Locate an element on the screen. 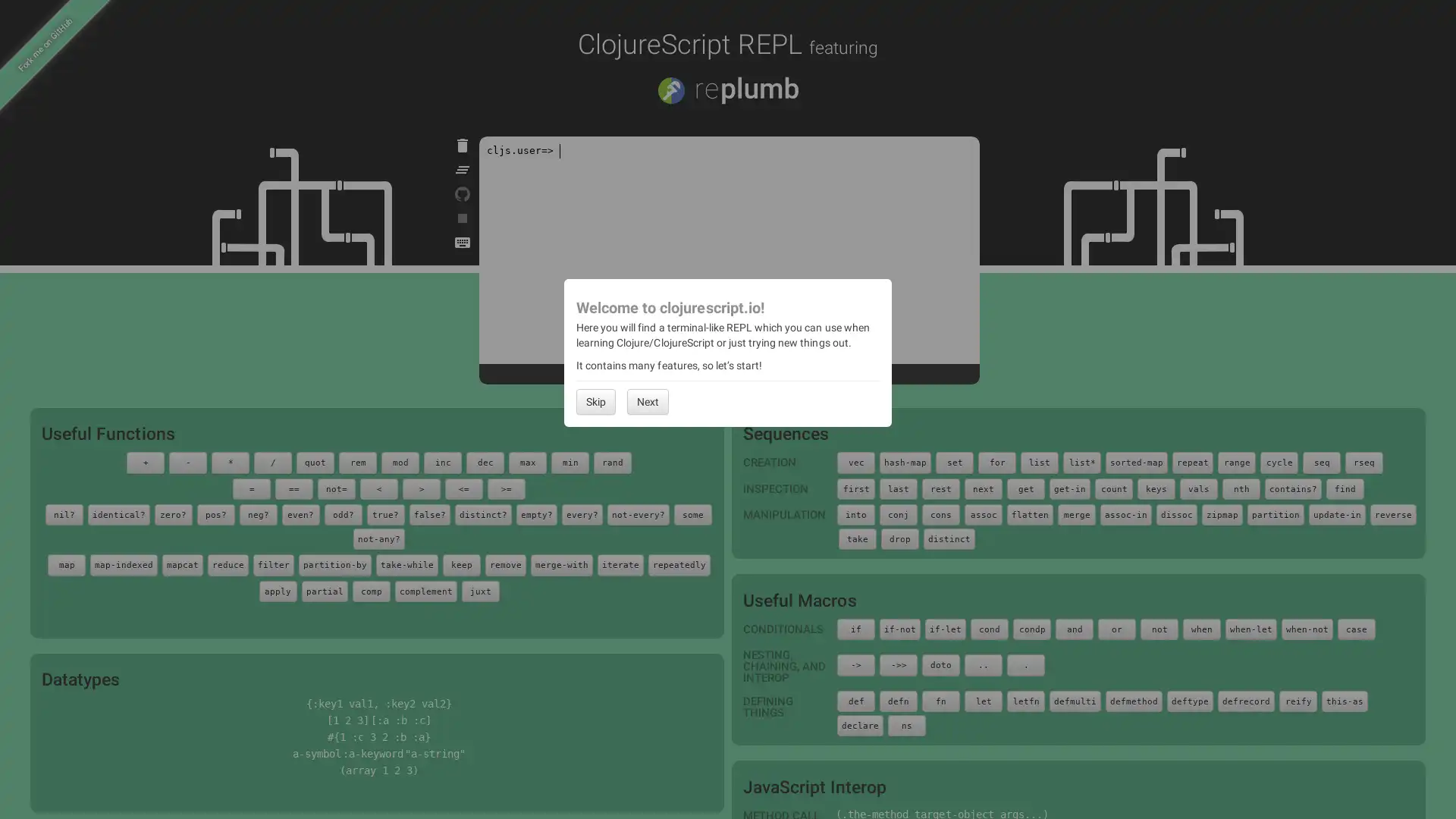 Image resolution: width=1456 pixels, height=819 pixels. < is located at coordinates (378, 488).